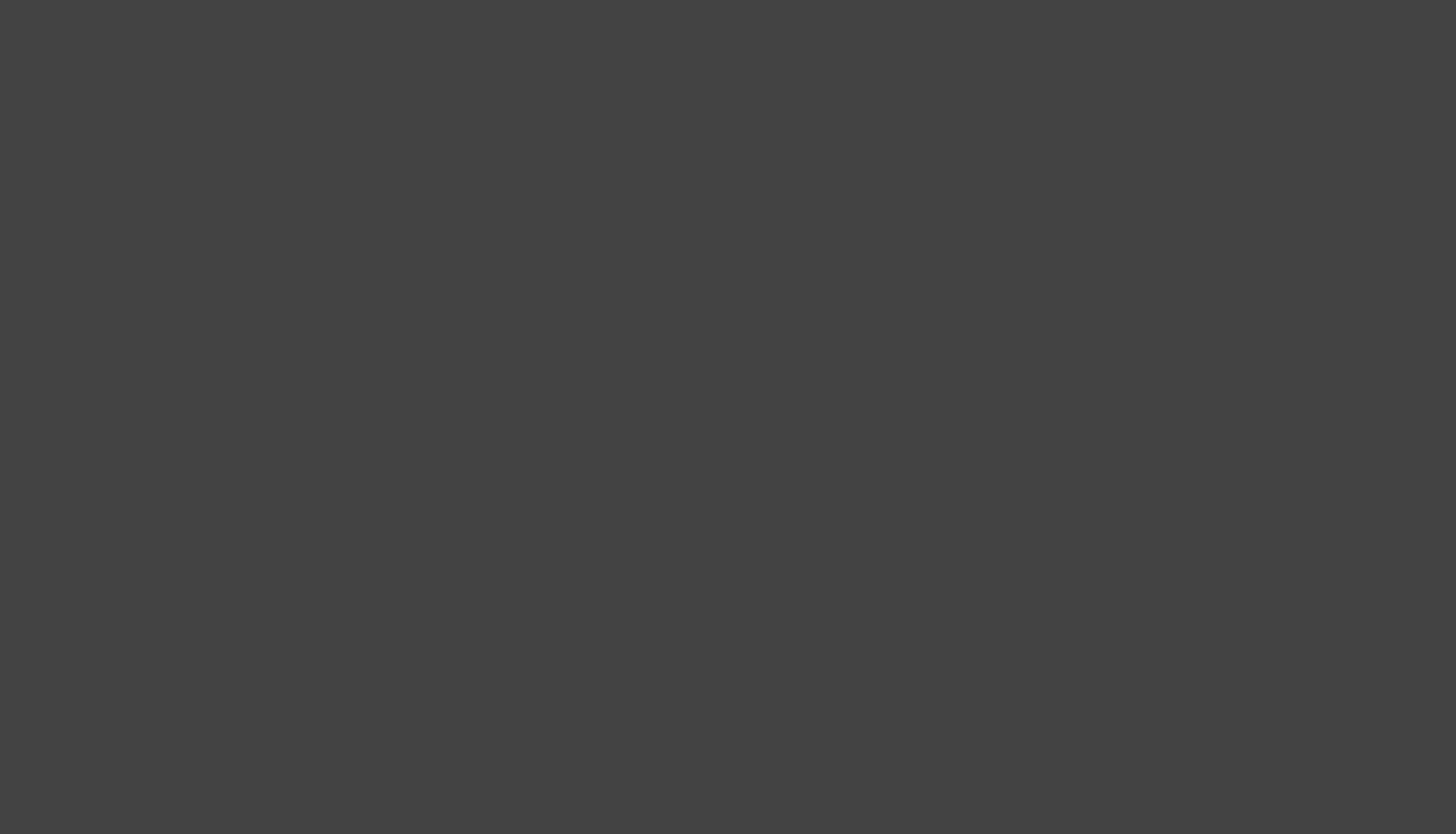  What do you see at coordinates (1028, 259) in the screenshot?
I see `'30 min'` at bounding box center [1028, 259].